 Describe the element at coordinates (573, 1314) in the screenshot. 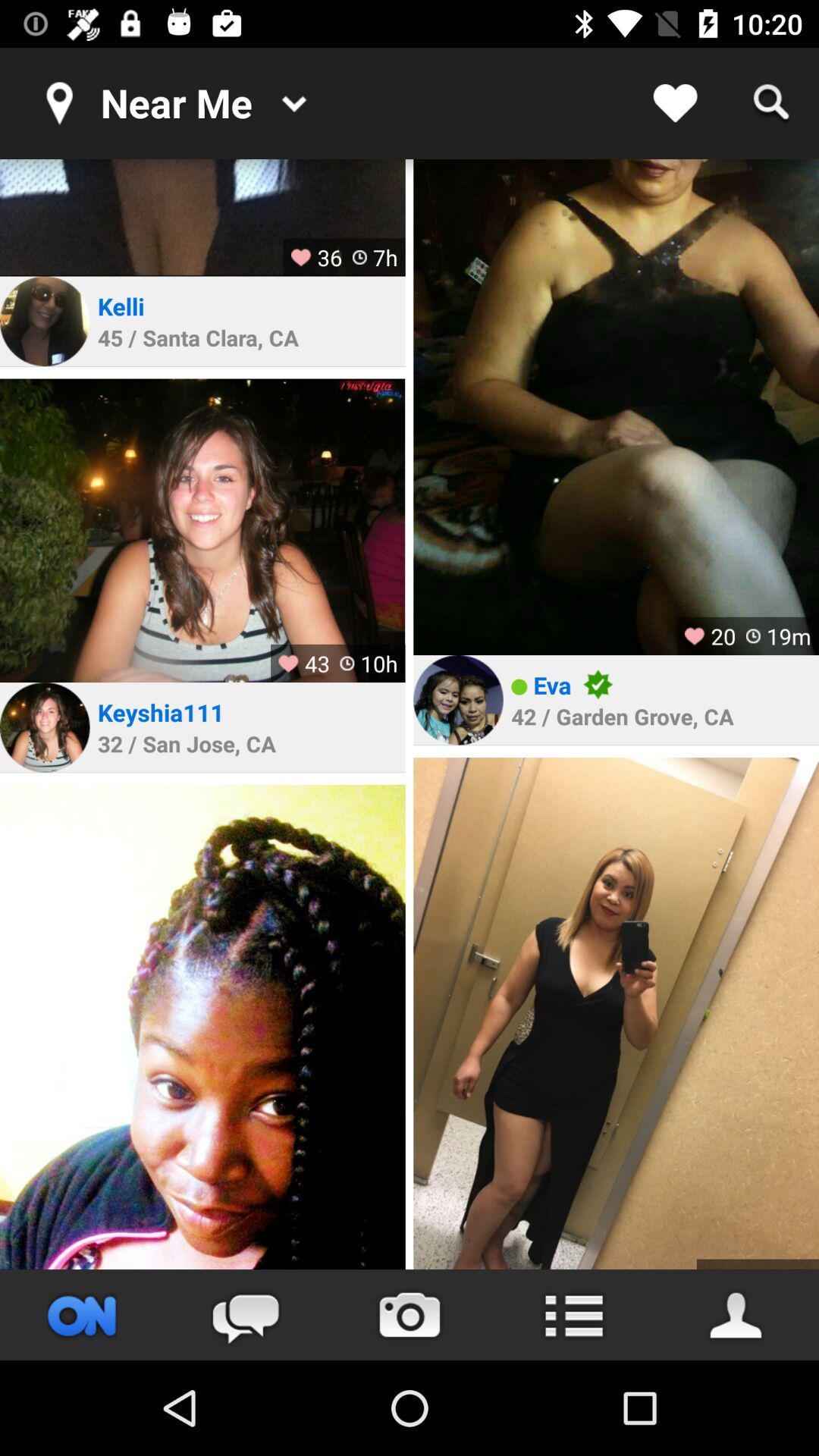

I see `menu option` at that location.